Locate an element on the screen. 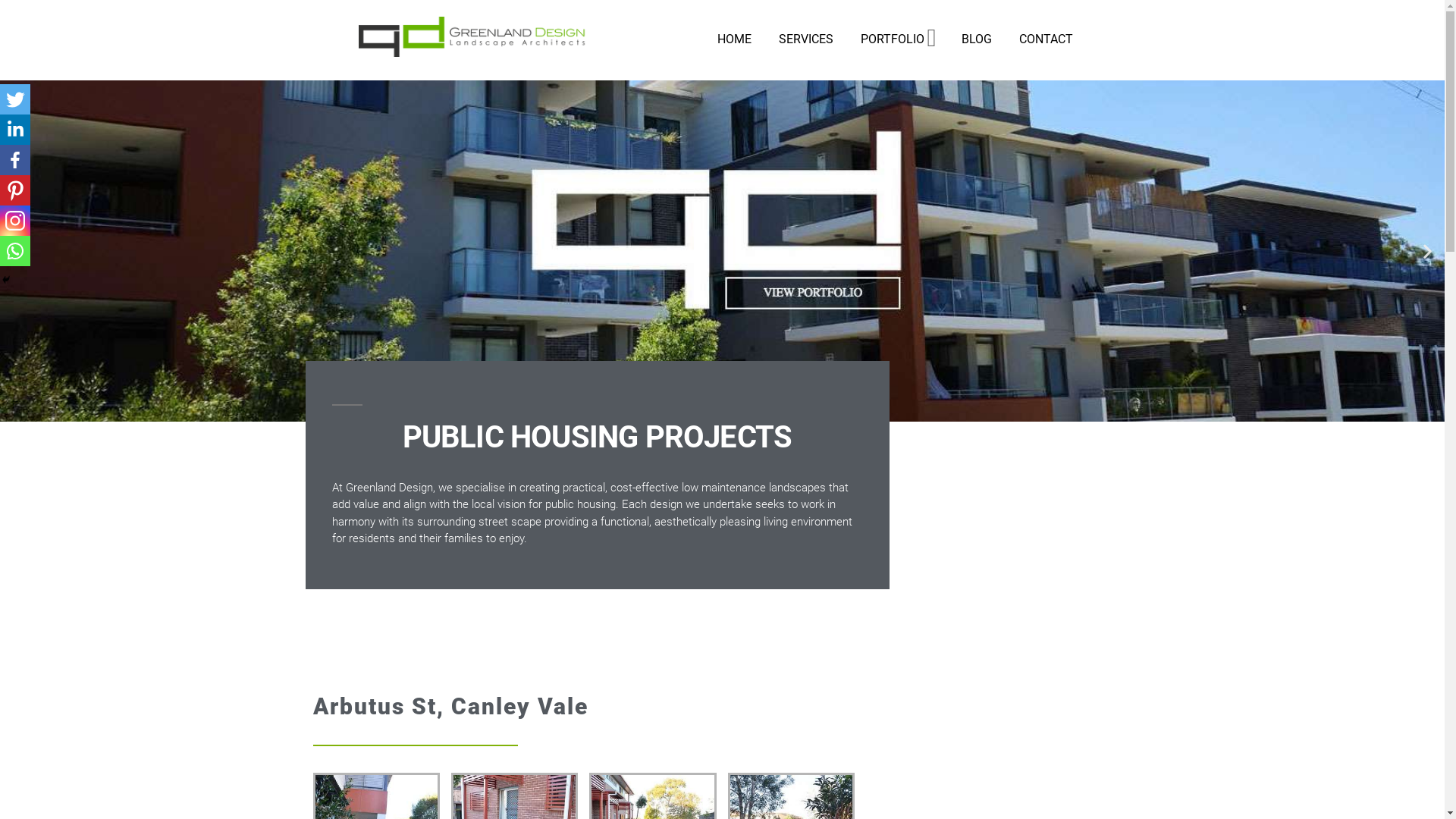 The width and height of the screenshot is (1456, 819). 'PORTFOLIO' is located at coordinates (892, 39).